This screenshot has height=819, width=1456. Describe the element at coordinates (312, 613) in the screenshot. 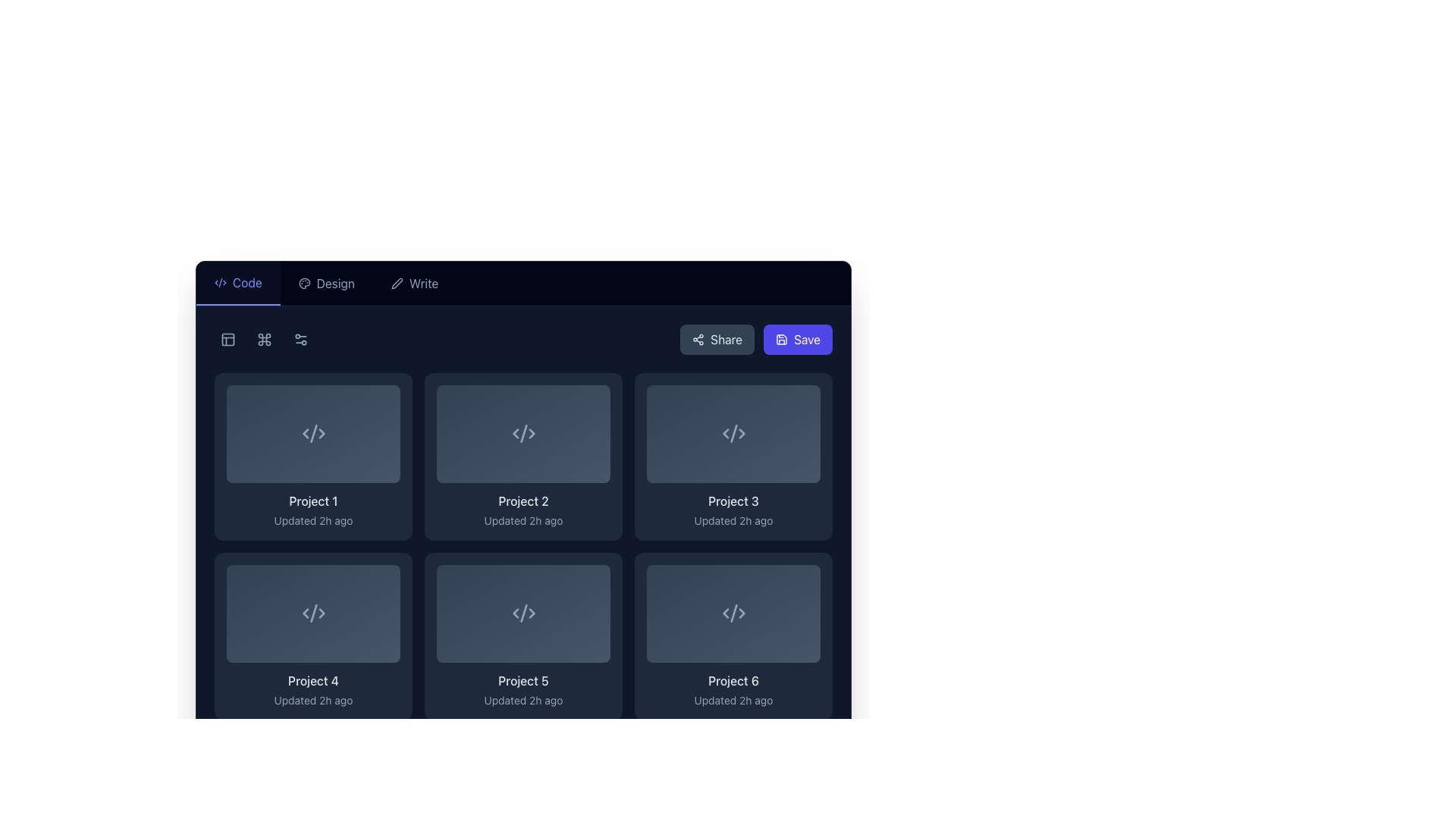

I see `the code tag icon ('<>') located in the first column of the second row within the 'Project 4' card, distinguished by its light gray color` at that location.